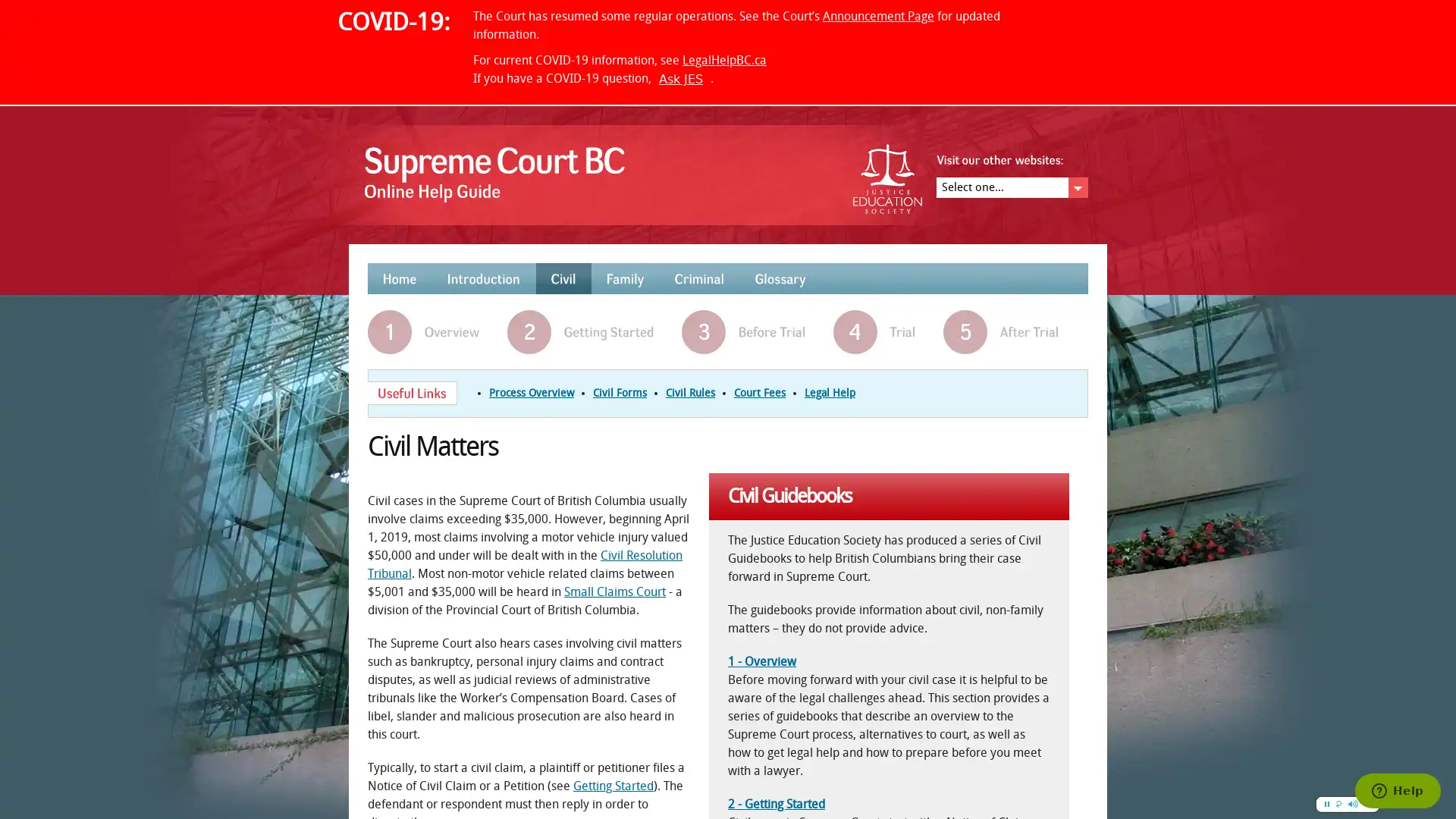 This screenshot has width=1456, height=819. Describe the element at coordinates (679, 79) in the screenshot. I see `Ask JES` at that location.